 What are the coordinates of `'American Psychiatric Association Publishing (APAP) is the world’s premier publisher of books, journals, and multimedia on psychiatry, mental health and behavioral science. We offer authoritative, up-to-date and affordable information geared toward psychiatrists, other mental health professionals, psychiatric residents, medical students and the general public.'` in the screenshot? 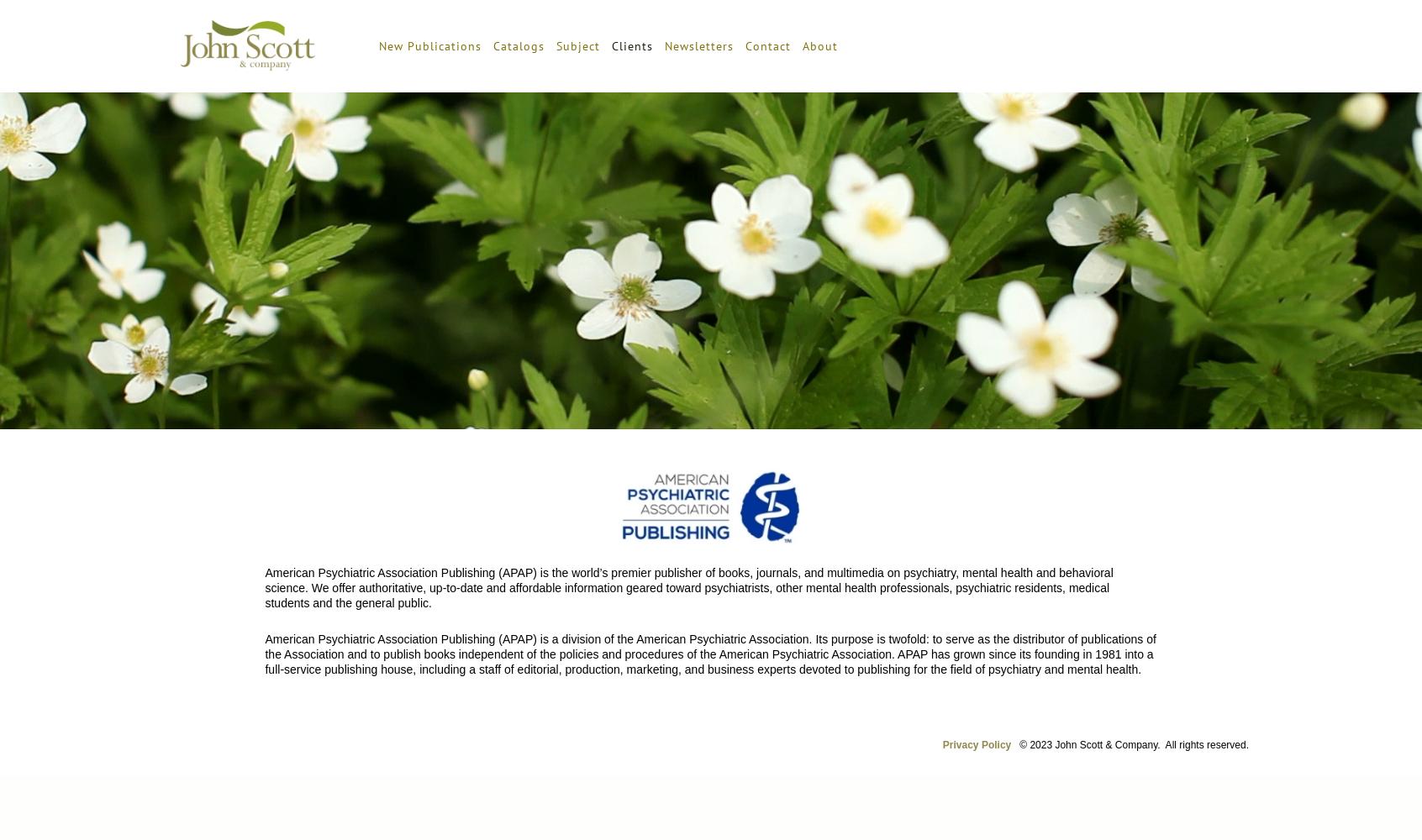 It's located at (688, 587).